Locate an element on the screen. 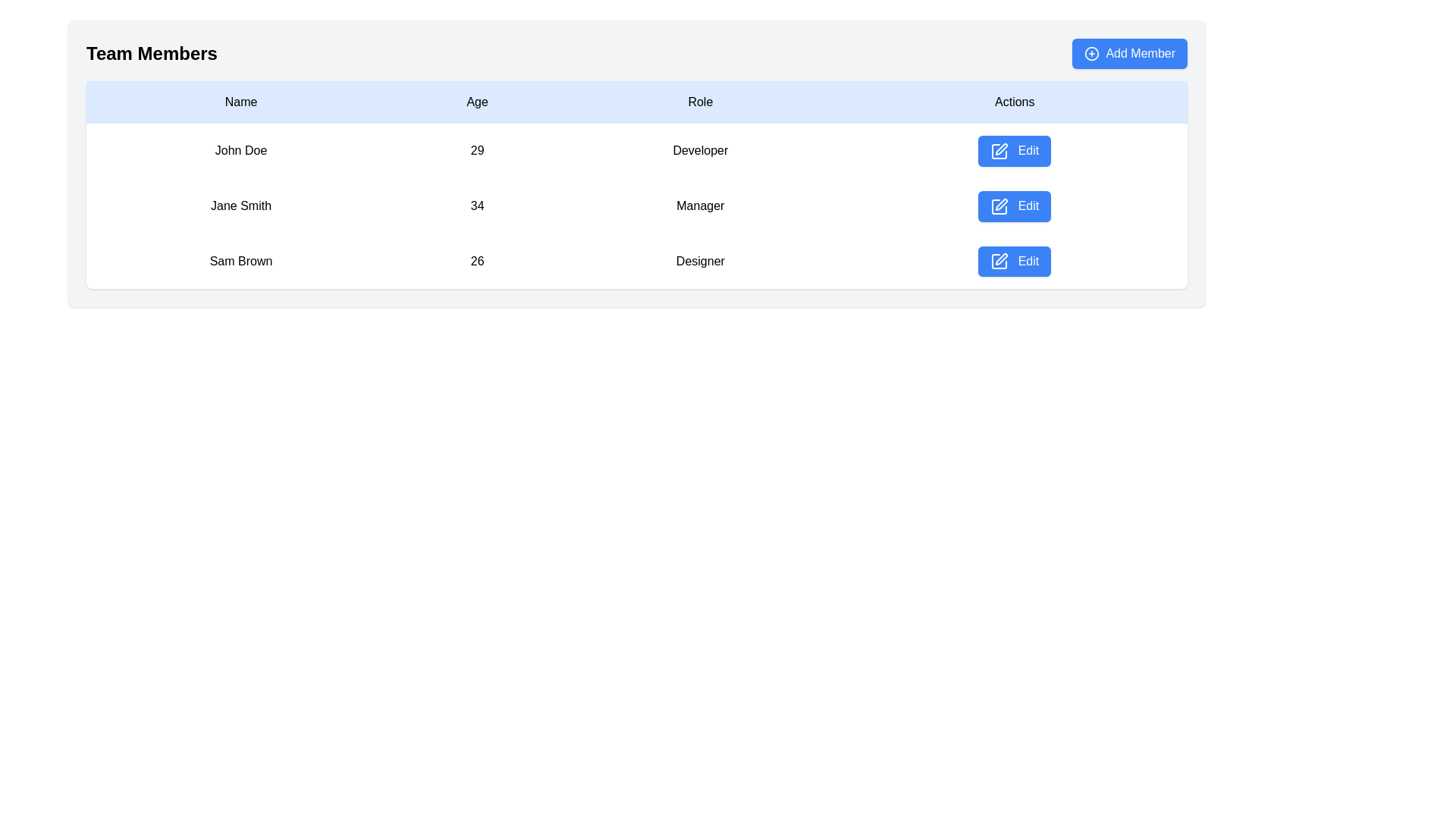 This screenshot has height=819, width=1456. the 'Name' column header in the table, which is the first header on the far-left side of the header row is located at coordinates (240, 102).